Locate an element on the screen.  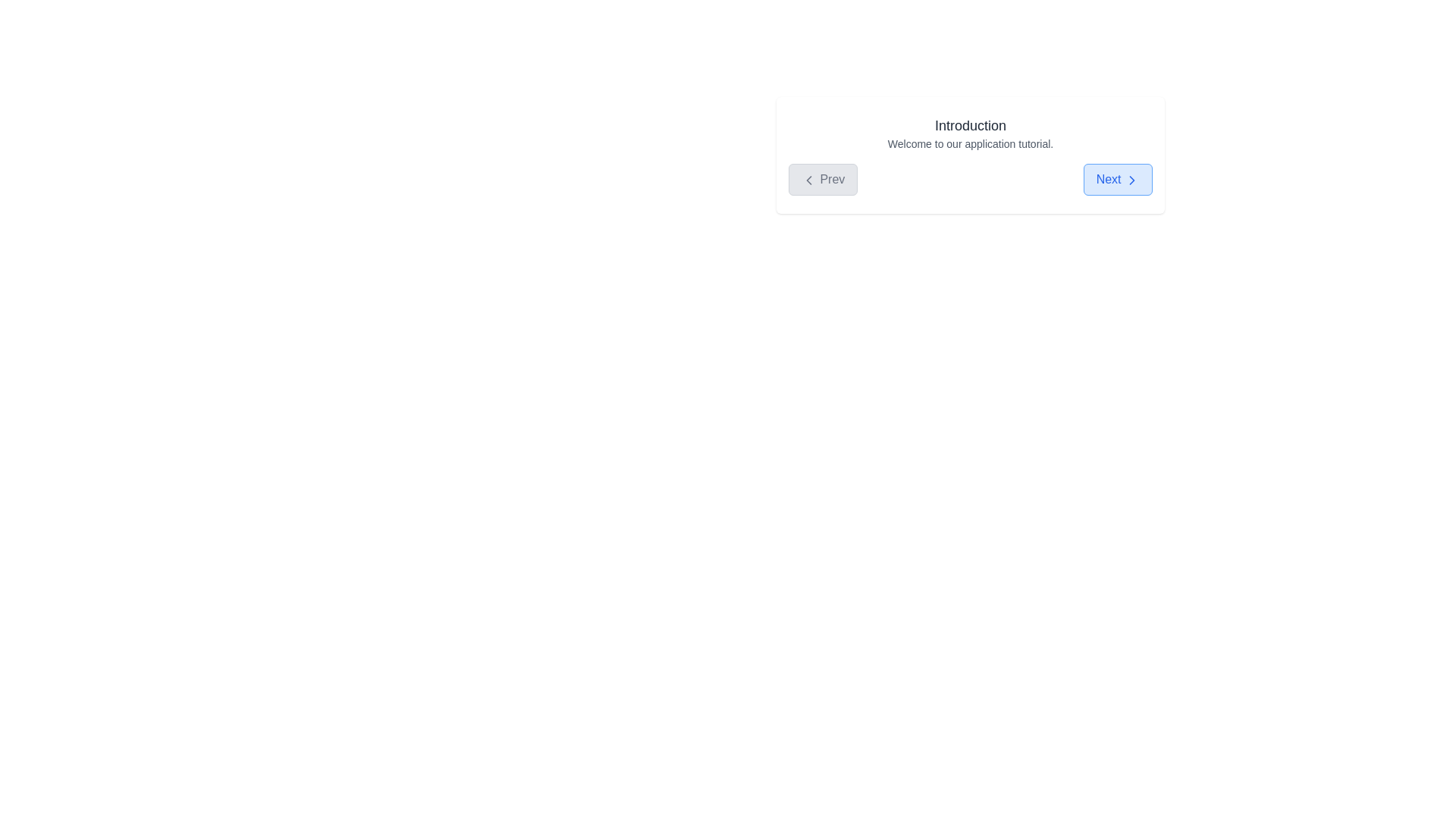
the Chevron icon located to the right of the 'Next' text label within the navigation button is located at coordinates (1131, 178).